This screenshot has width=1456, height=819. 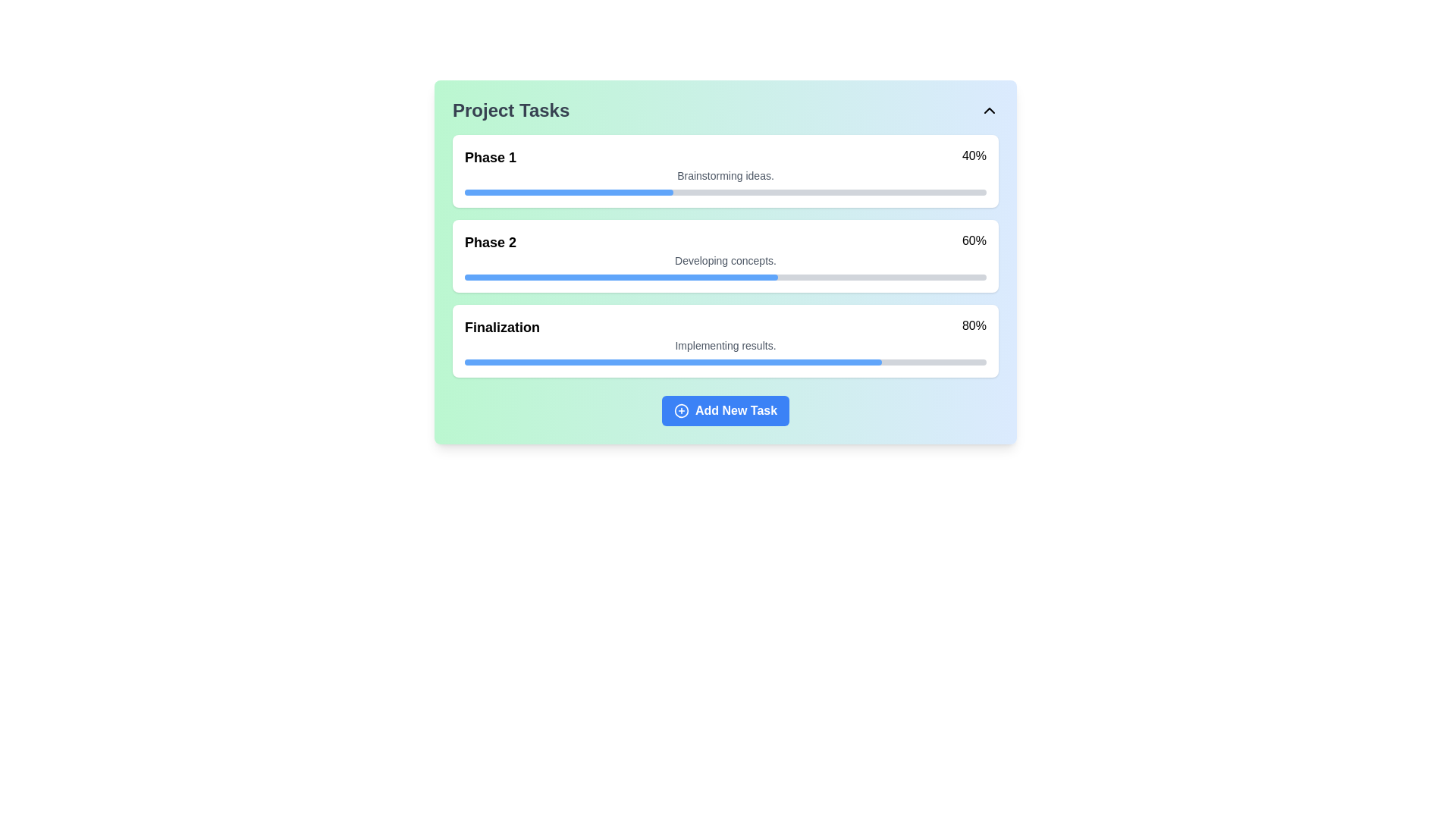 What do you see at coordinates (724, 345) in the screenshot?
I see `the Text label that provides additional context for the 'Finalization' task, located under the 'Finalization' header and the '80%' progress indicator` at bounding box center [724, 345].